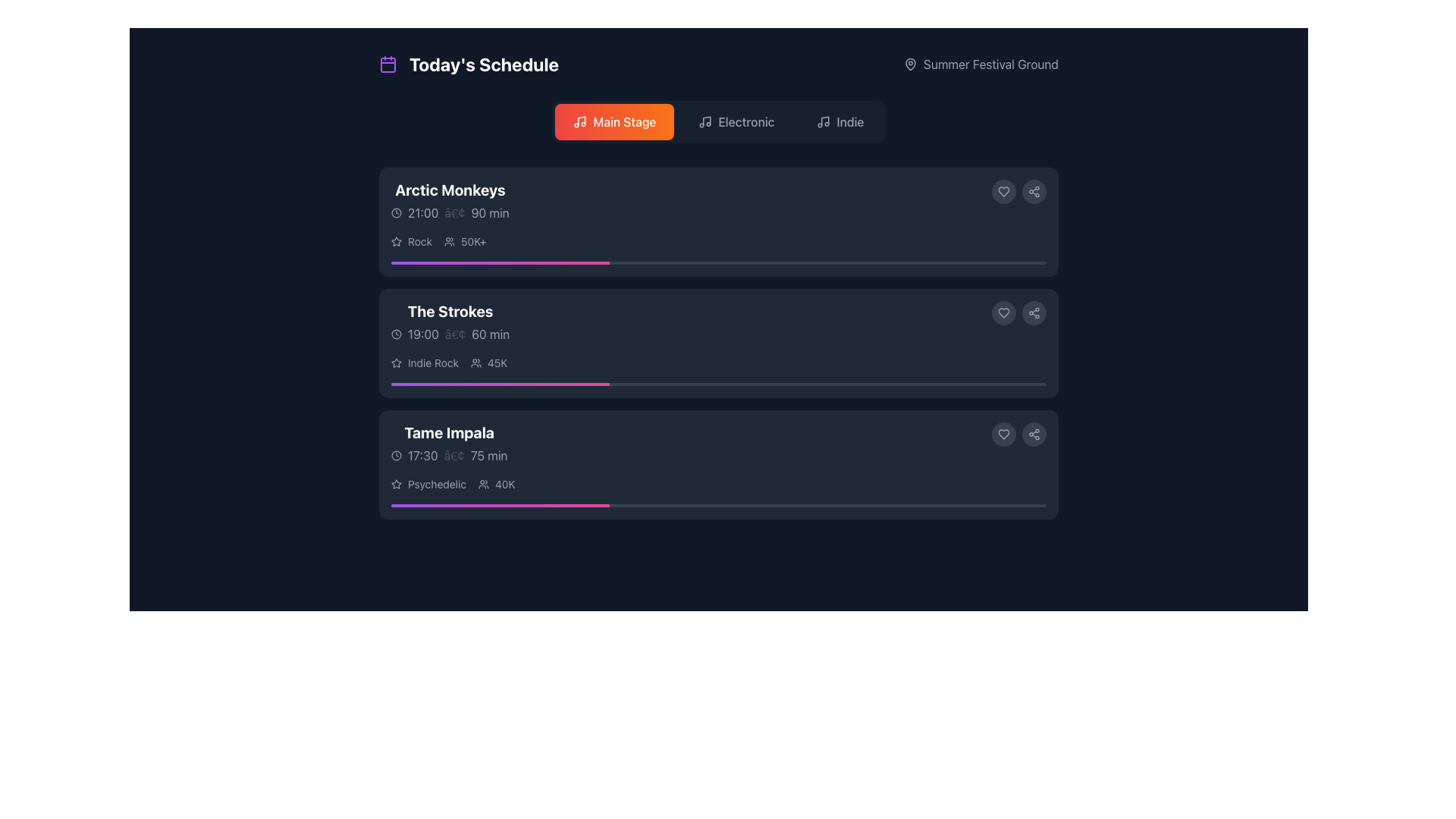  Describe the element at coordinates (491, 333) in the screenshot. I see `the '60 min' text label indicating the duration of the scheduled event for 'The Strokes.'` at that location.